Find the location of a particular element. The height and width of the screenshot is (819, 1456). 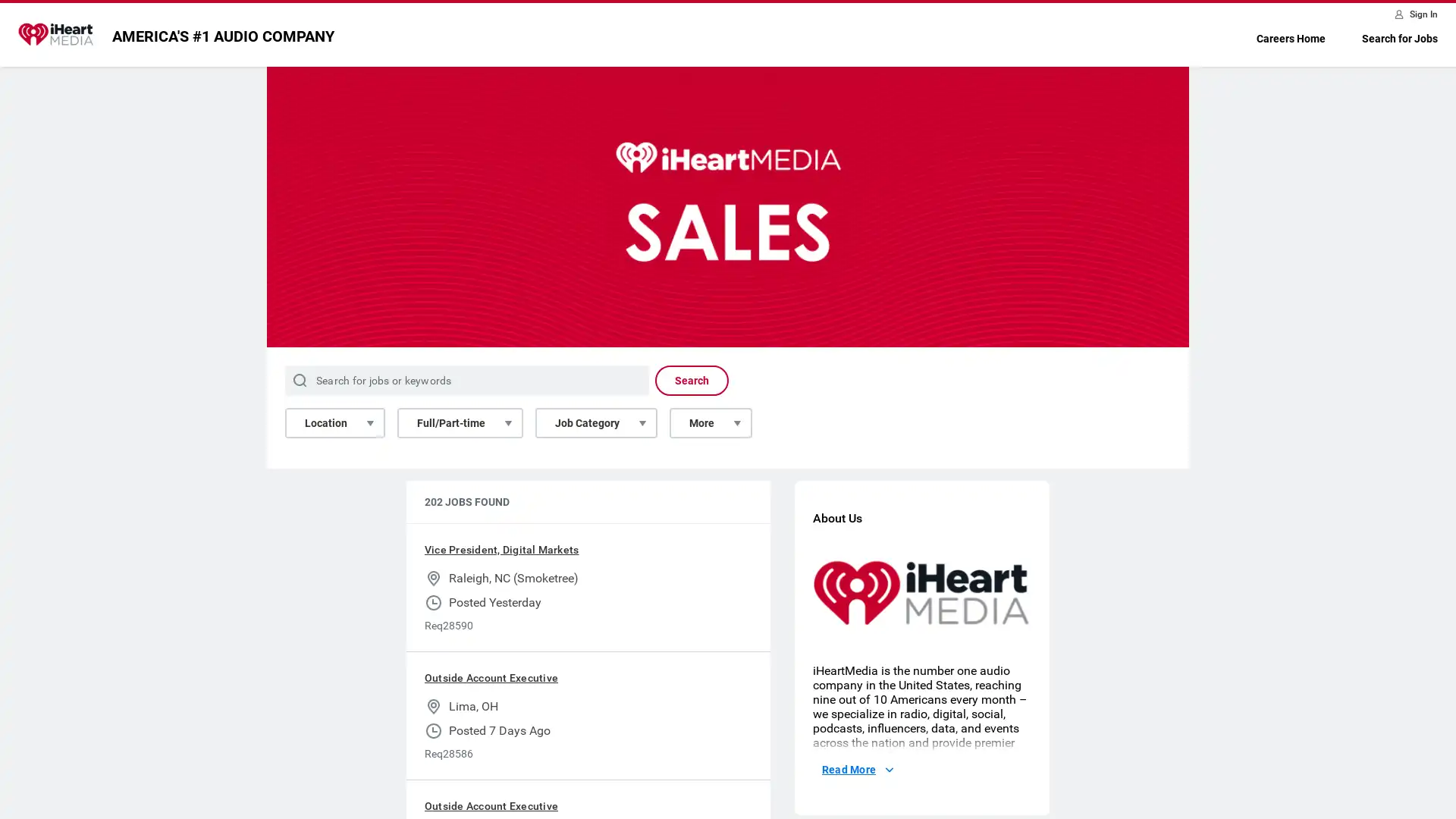

Search is located at coordinates (691, 379).